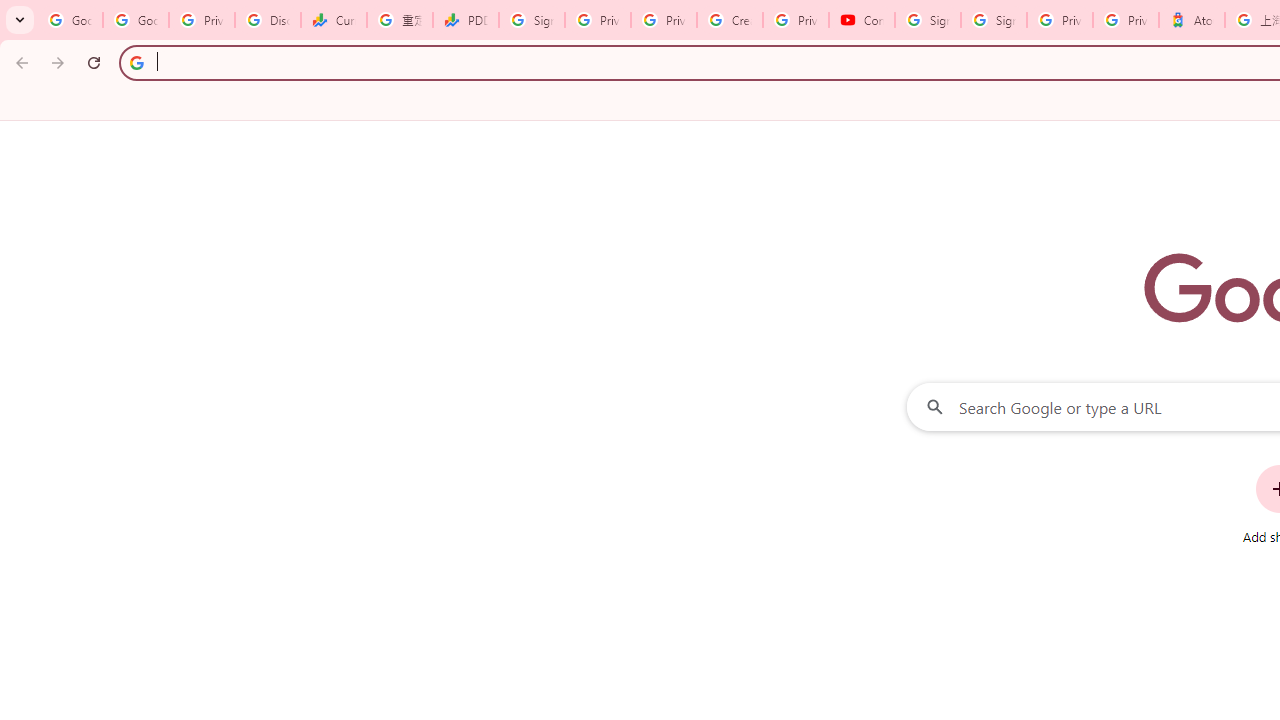 The image size is (1280, 720). What do you see at coordinates (464, 20) in the screenshot?
I see `'PDD Holdings Inc - ADR (PDD) Price & News - Google Finance'` at bounding box center [464, 20].